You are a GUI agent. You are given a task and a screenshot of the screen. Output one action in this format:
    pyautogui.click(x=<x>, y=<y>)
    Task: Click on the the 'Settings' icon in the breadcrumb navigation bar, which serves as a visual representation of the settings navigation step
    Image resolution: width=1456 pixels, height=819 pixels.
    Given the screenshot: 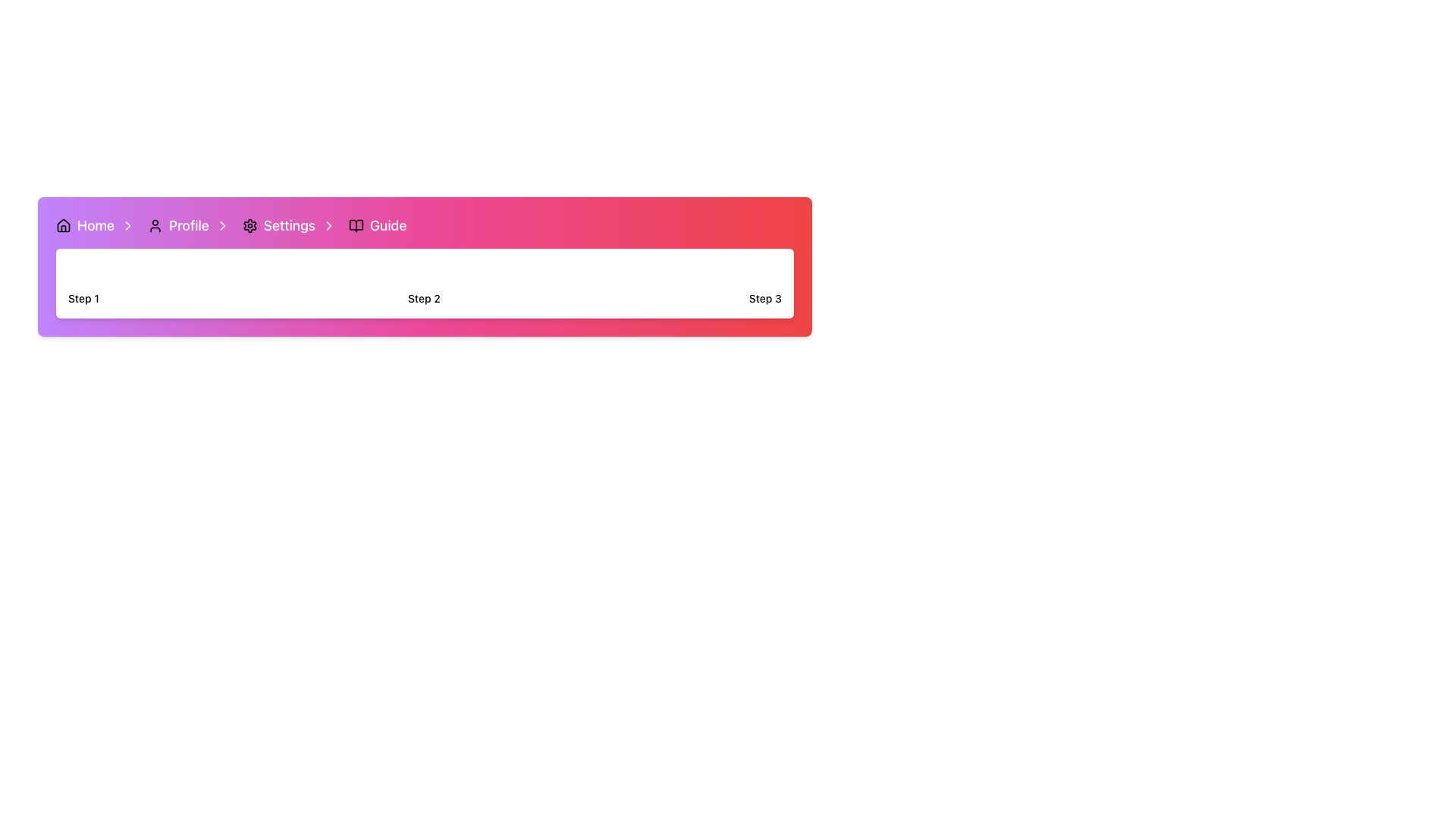 What is the action you would take?
    pyautogui.click(x=249, y=225)
    